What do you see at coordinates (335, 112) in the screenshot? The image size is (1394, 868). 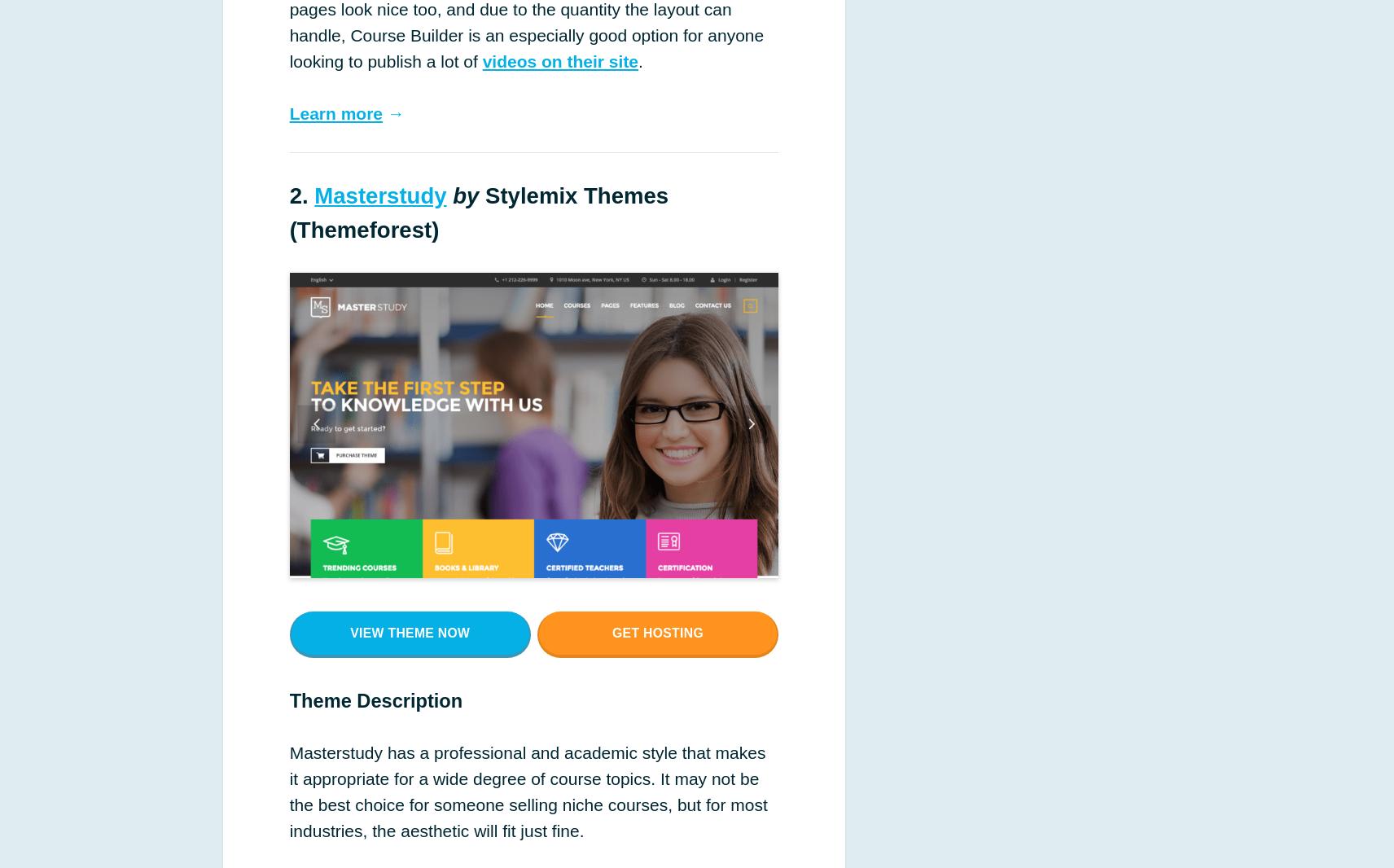 I see `'Learn more'` at bounding box center [335, 112].